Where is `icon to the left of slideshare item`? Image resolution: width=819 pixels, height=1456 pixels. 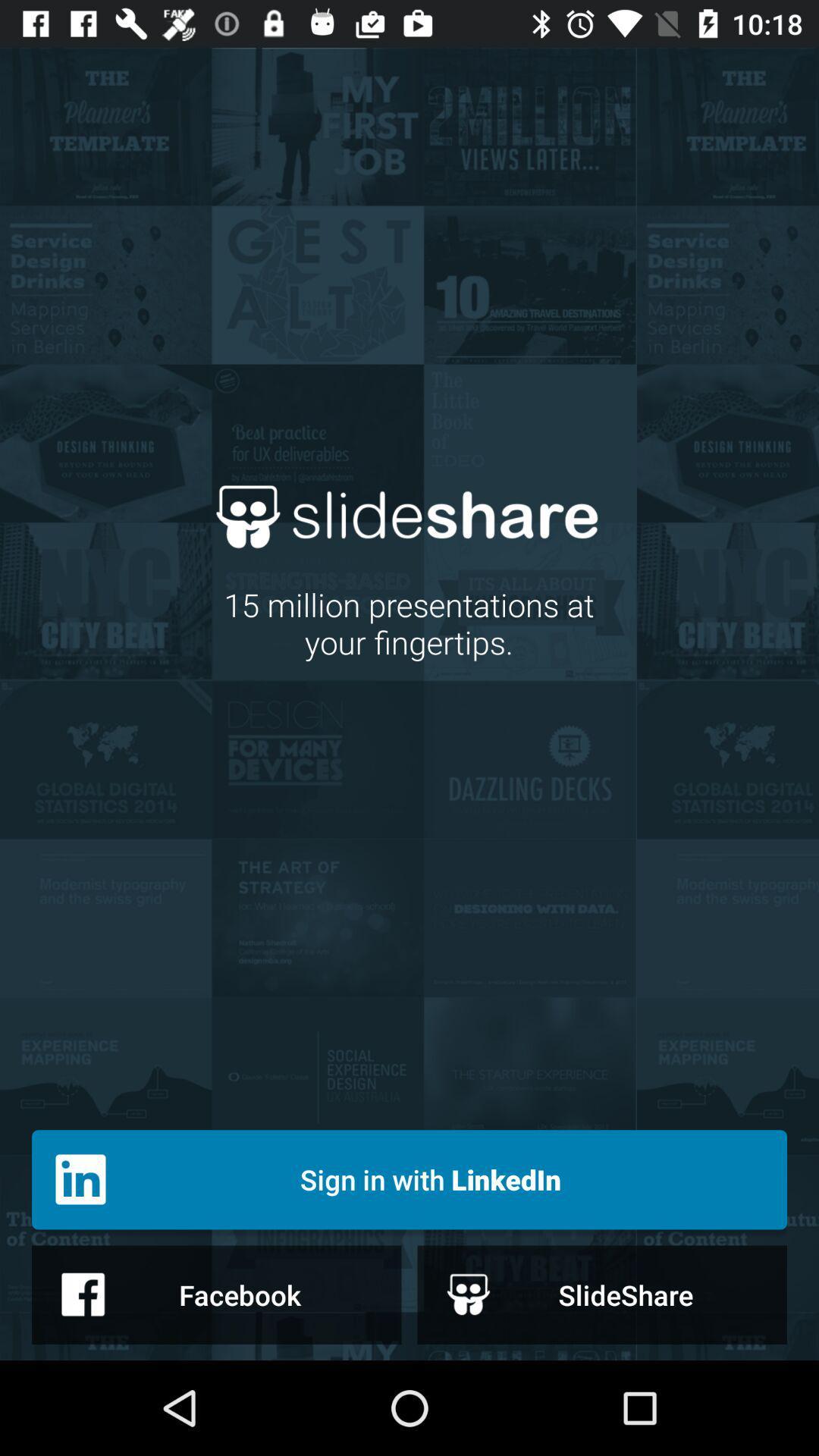 icon to the left of slideshare item is located at coordinates (216, 1294).